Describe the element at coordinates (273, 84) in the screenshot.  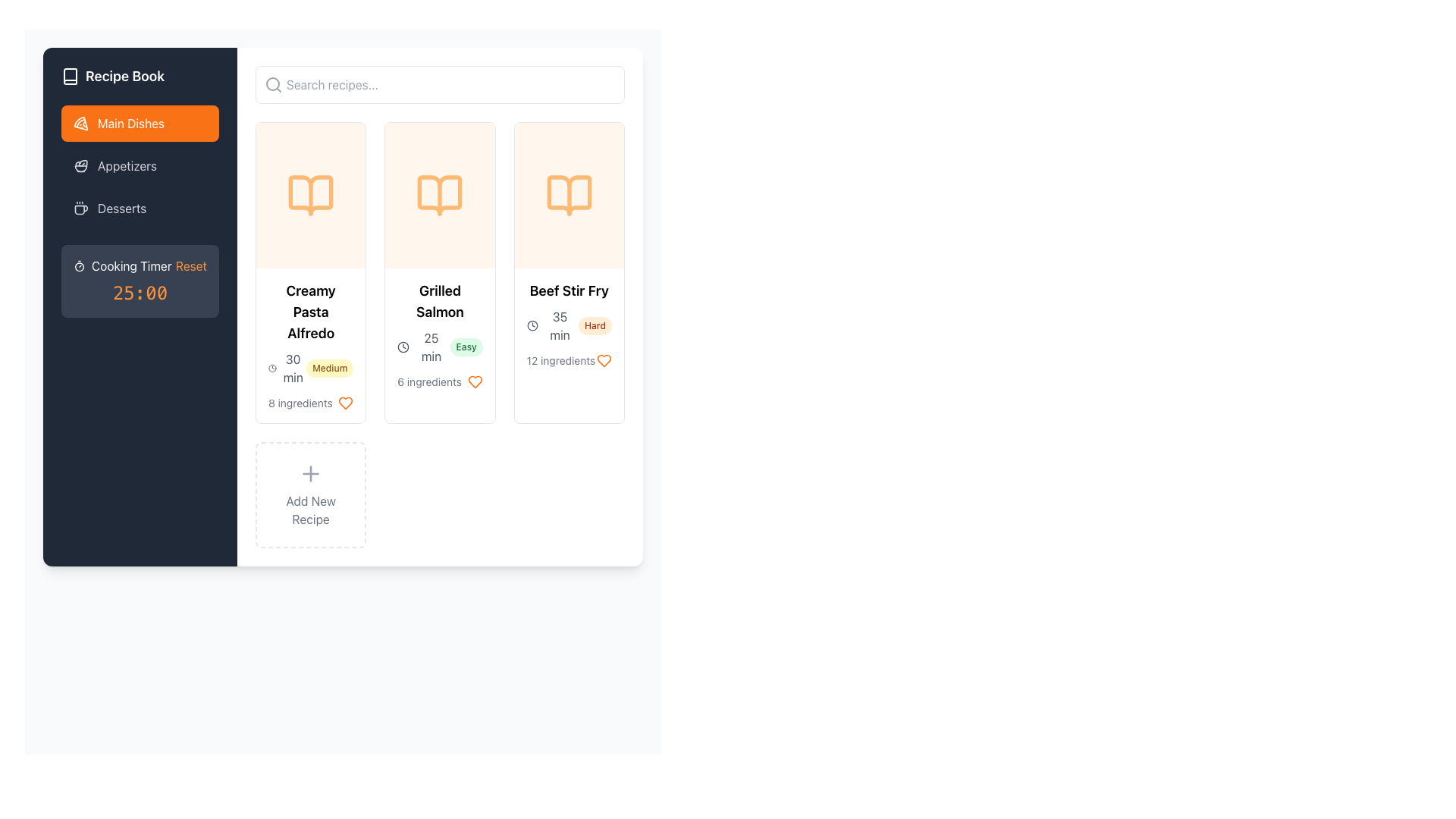
I see `the non-interactive vector graphic circle that is part of the magnifying glass icon located in the top-left area of the header bar` at that location.